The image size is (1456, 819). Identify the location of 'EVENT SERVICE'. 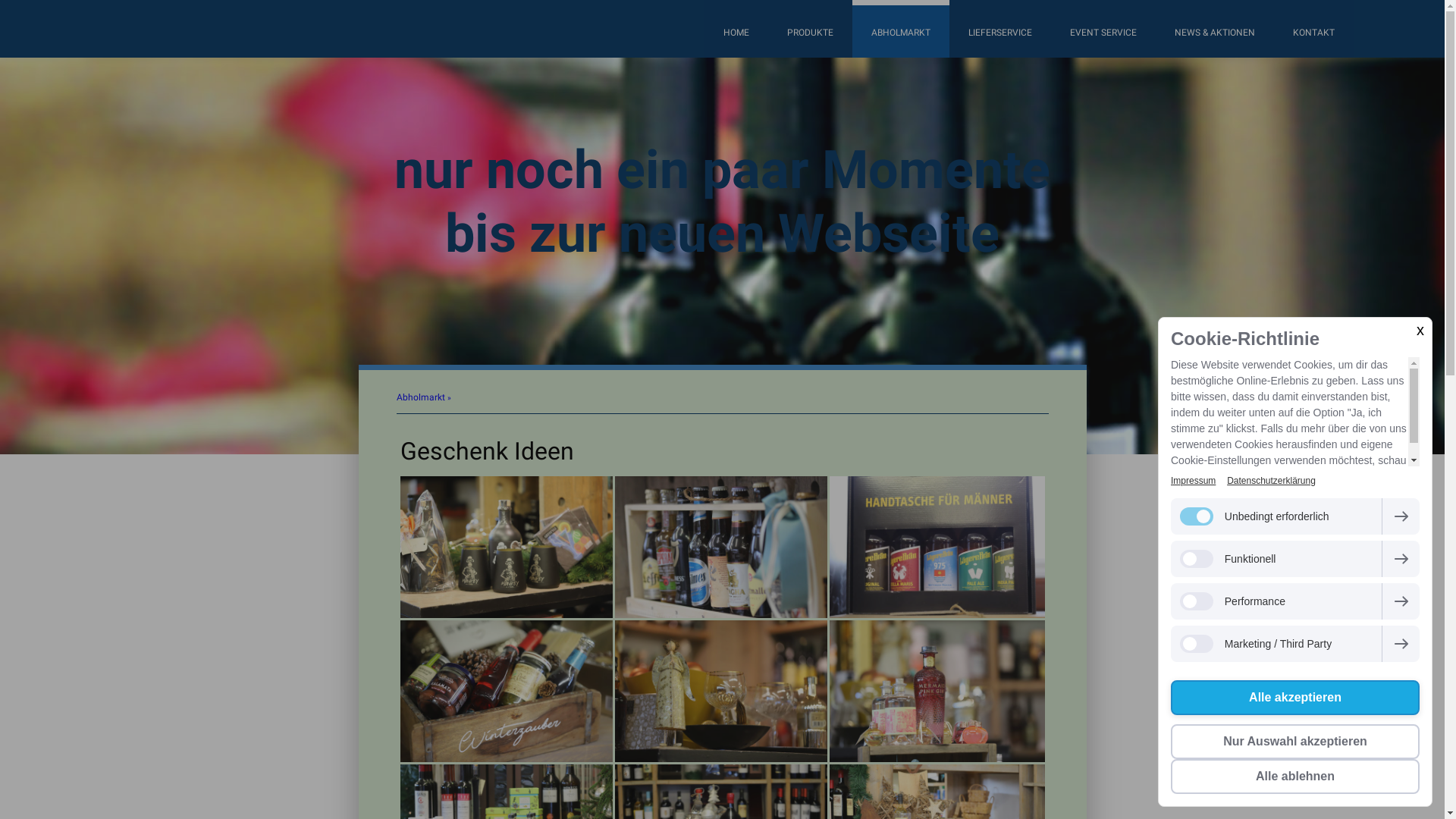
(1103, 29).